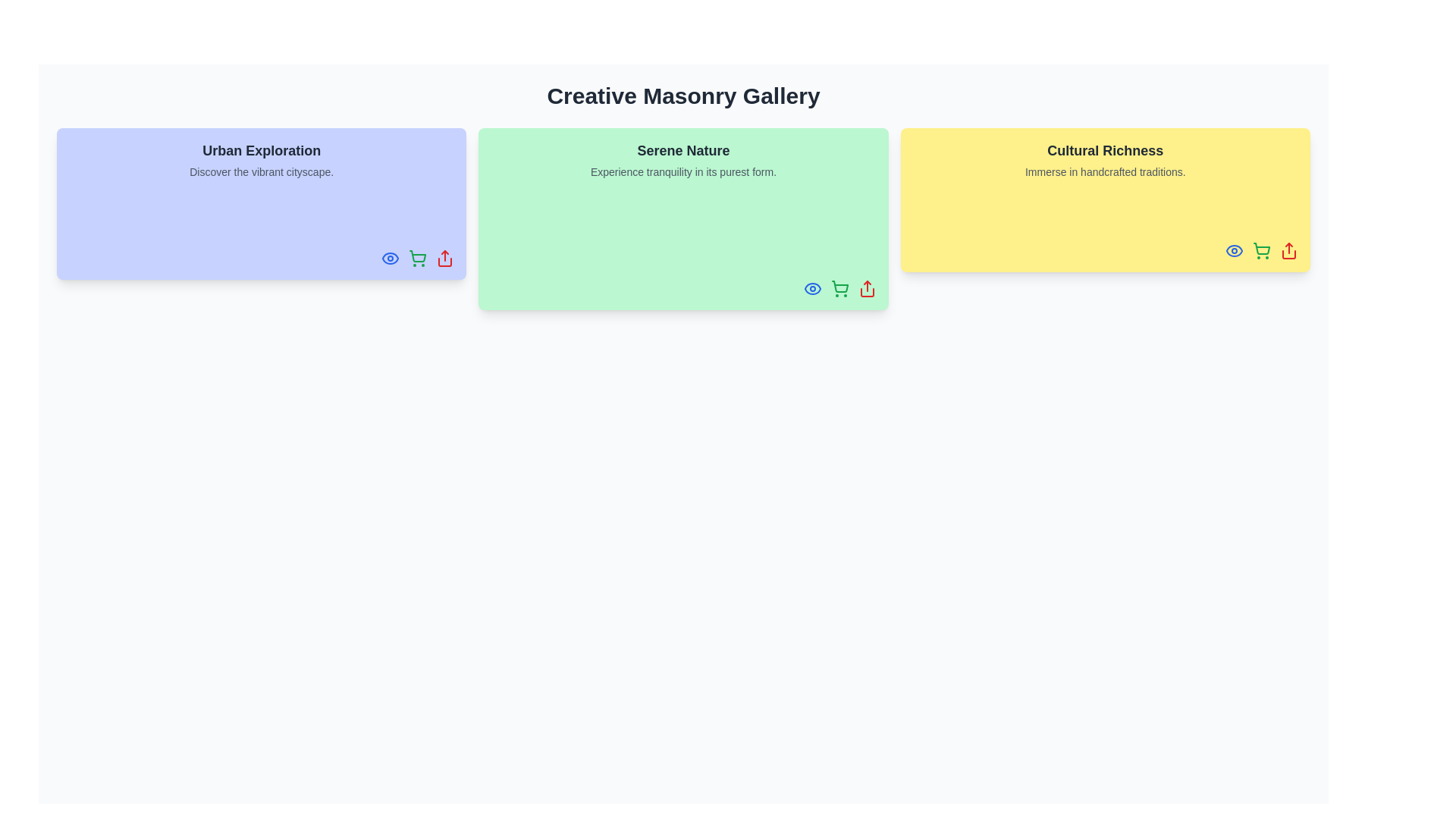 This screenshot has width=1456, height=819. What do you see at coordinates (867, 289) in the screenshot?
I see `the sharing button located at the bottom-right corner of the 'Serene Nature' card` at bounding box center [867, 289].